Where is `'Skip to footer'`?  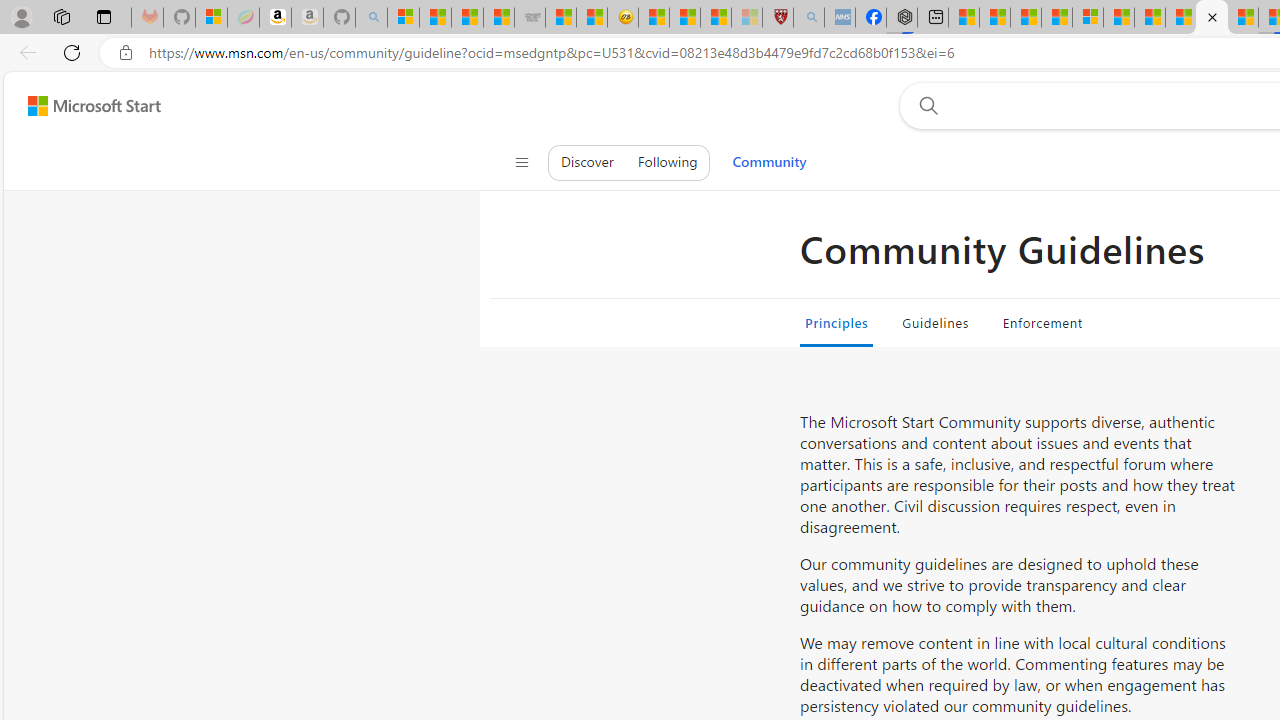
'Skip to footer' is located at coordinates (81, 105).